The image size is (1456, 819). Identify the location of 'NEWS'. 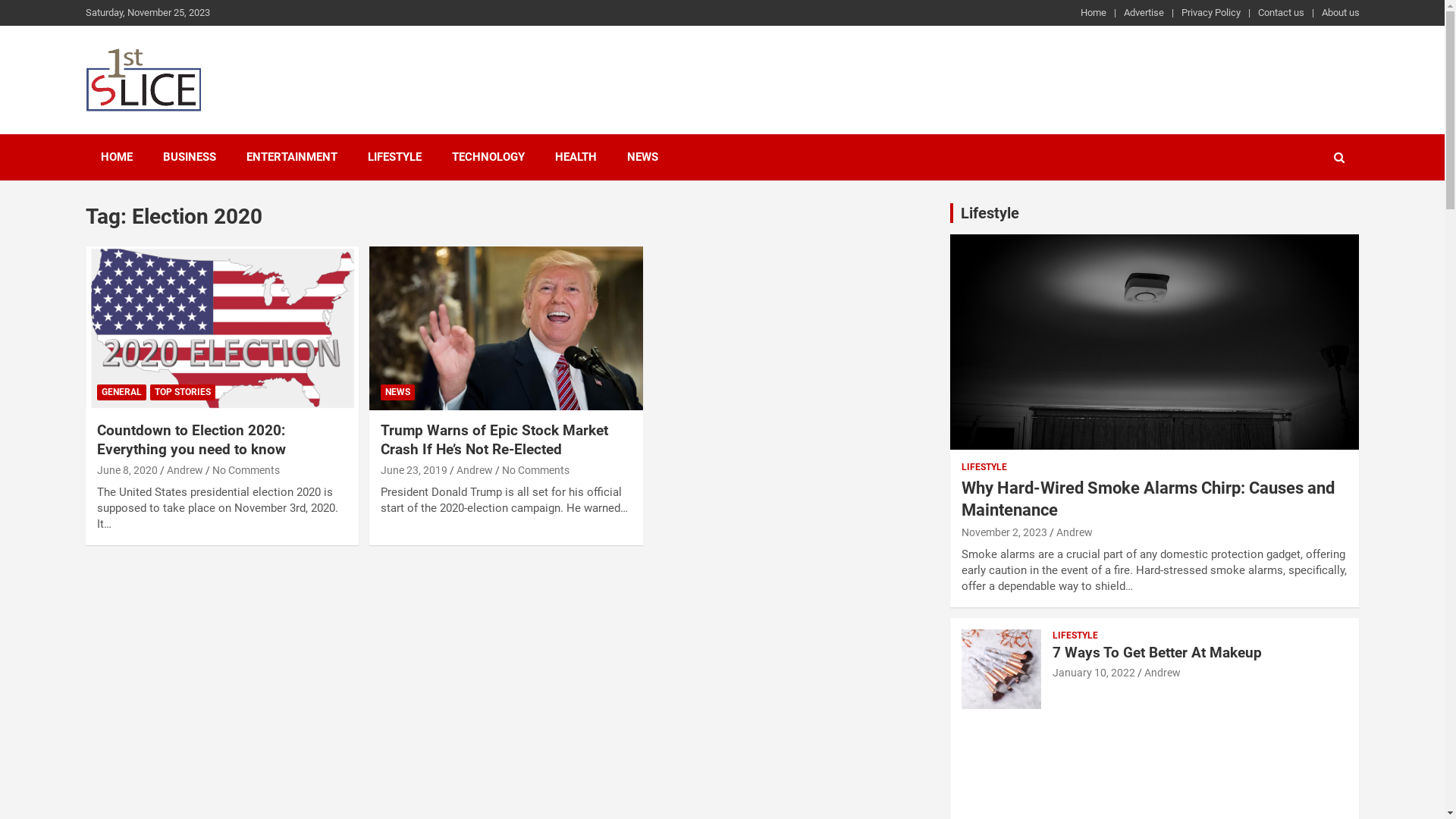
(397, 391).